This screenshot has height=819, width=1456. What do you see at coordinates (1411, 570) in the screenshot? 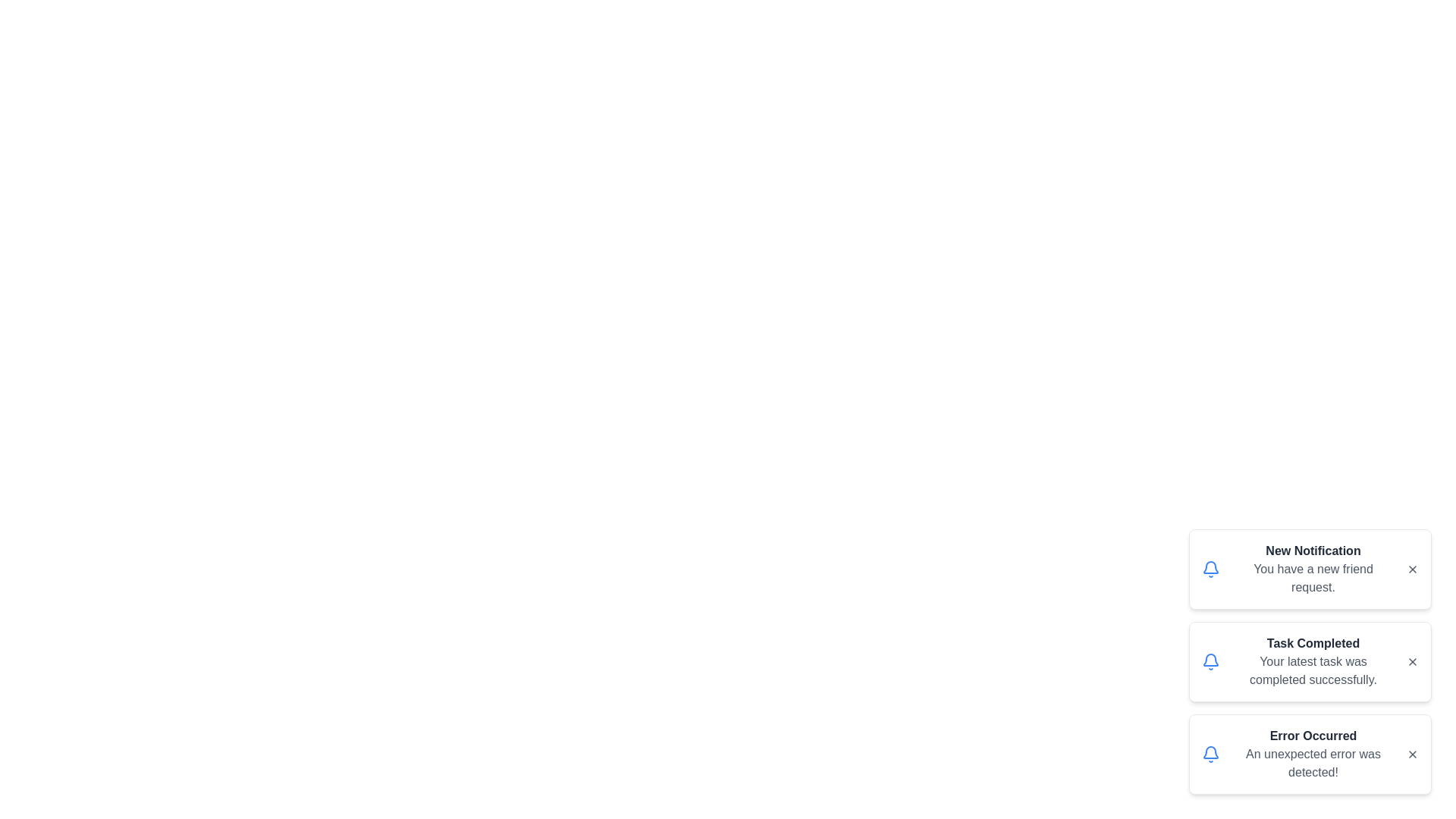
I see `close button of the notification titled 'New Notification'` at bounding box center [1411, 570].